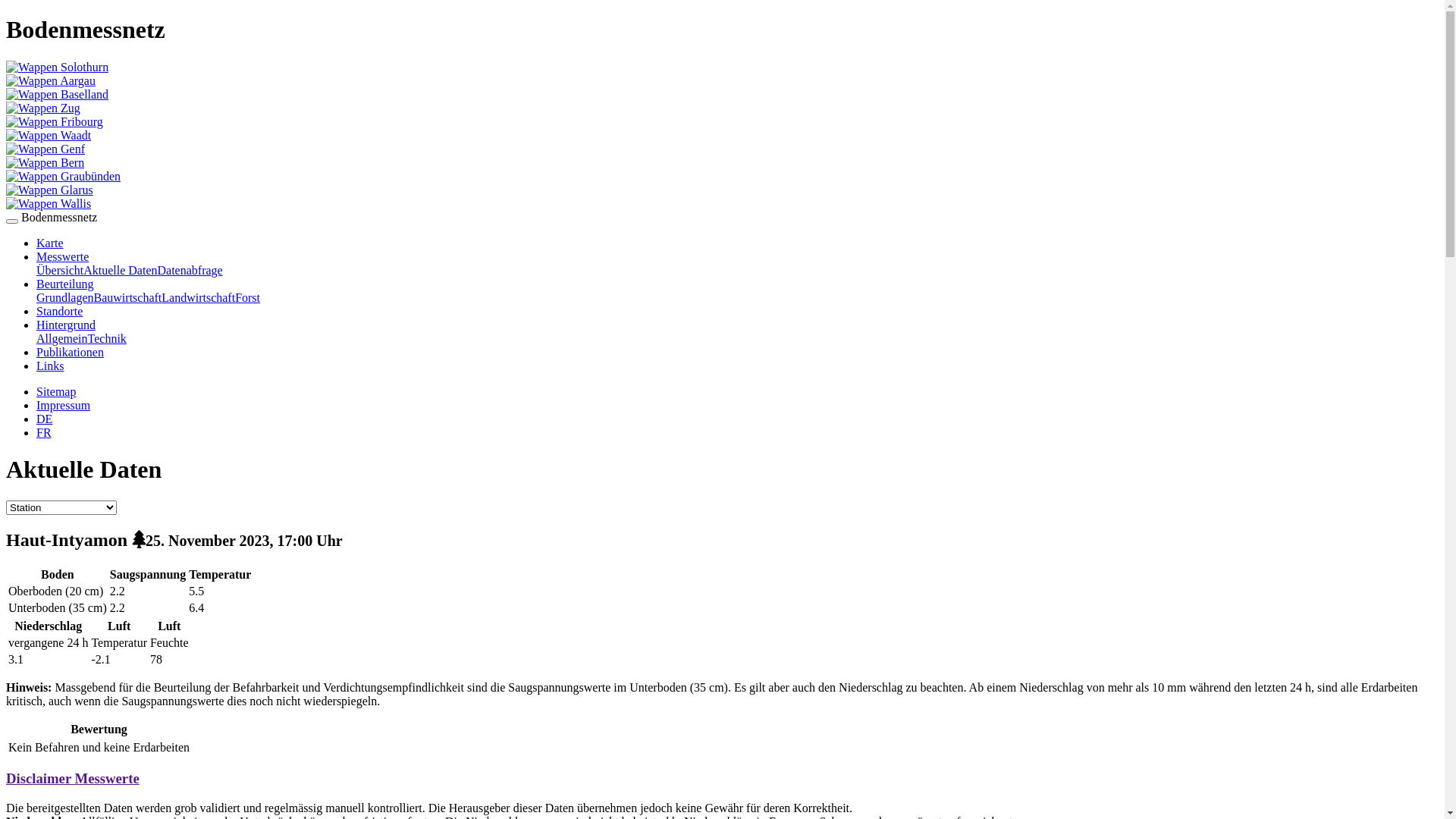 The height and width of the screenshot is (819, 1456). What do you see at coordinates (64, 324) in the screenshot?
I see `'Hintergrund'` at bounding box center [64, 324].